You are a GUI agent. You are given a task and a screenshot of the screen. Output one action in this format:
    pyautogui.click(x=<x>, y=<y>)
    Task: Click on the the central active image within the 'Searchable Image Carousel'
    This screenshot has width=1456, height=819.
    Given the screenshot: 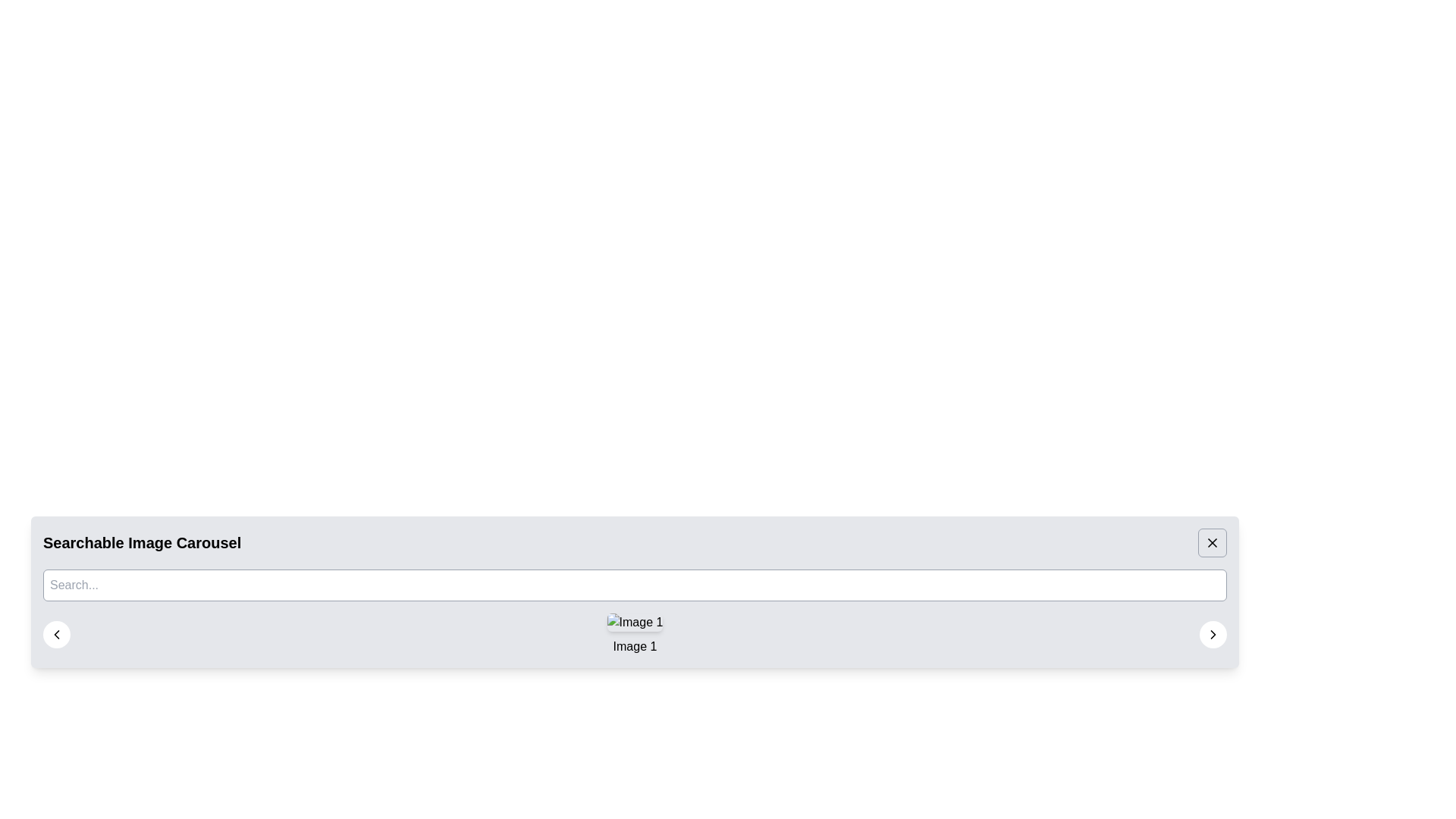 What is the action you would take?
    pyautogui.click(x=635, y=635)
    